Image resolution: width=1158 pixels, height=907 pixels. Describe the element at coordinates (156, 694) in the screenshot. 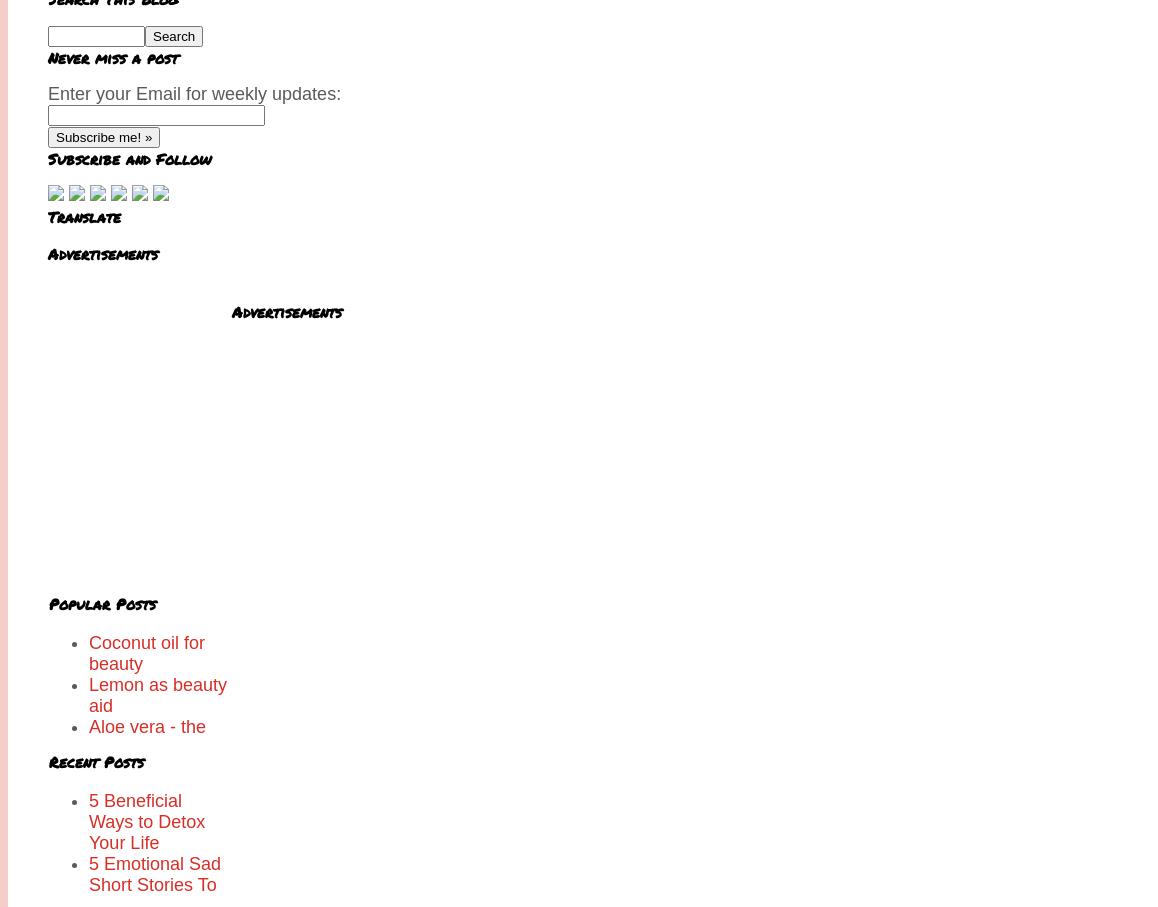

I see `'Lemon as beauty aid'` at that location.